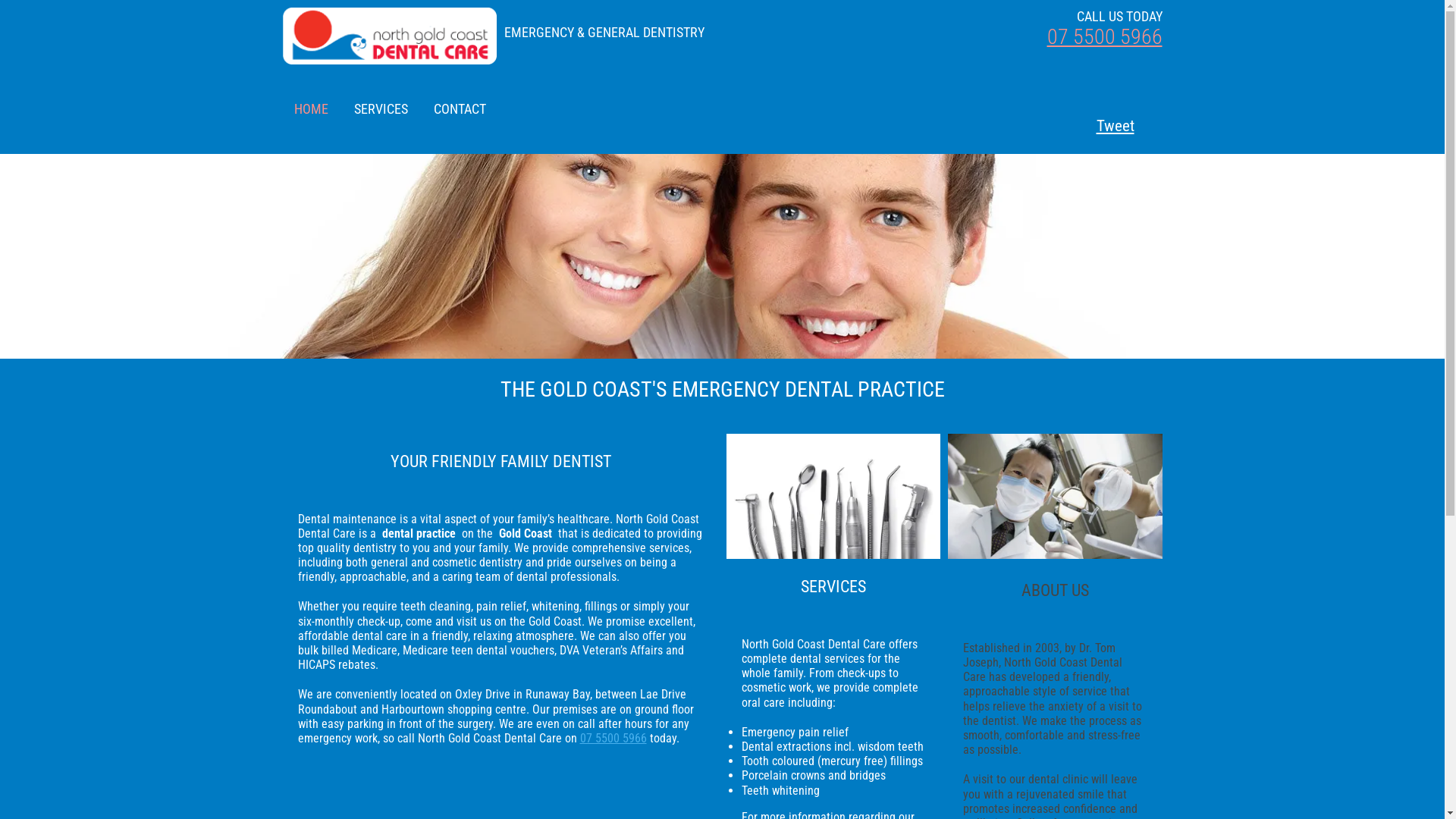 Image resolution: width=1456 pixels, height=819 pixels. What do you see at coordinates (946, 496) in the screenshot?
I see `'two-dentist-general-check'` at bounding box center [946, 496].